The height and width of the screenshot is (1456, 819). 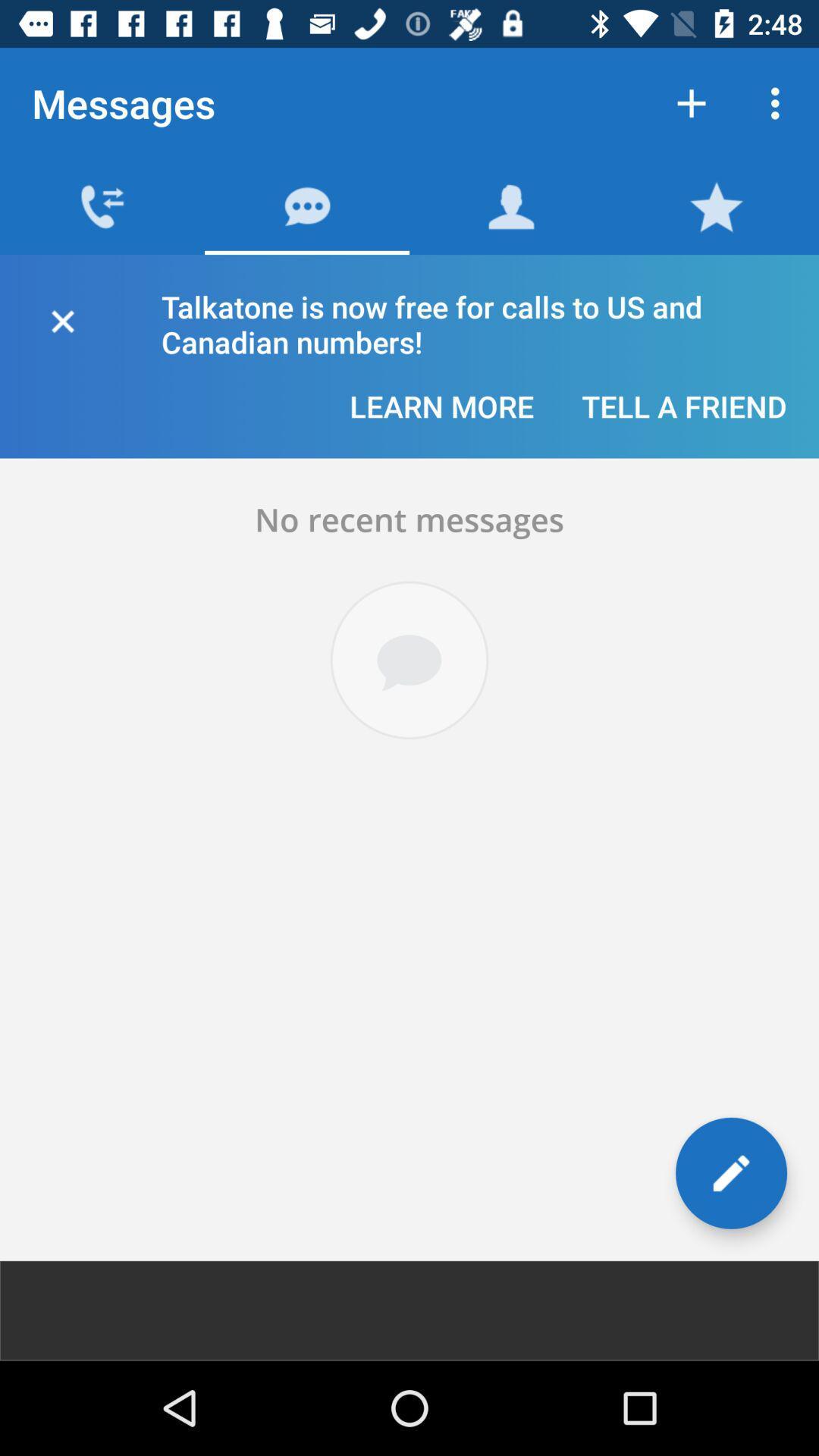 What do you see at coordinates (730, 1172) in the screenshot?
I see `the edit icon` at bounding box center [730, 1172].